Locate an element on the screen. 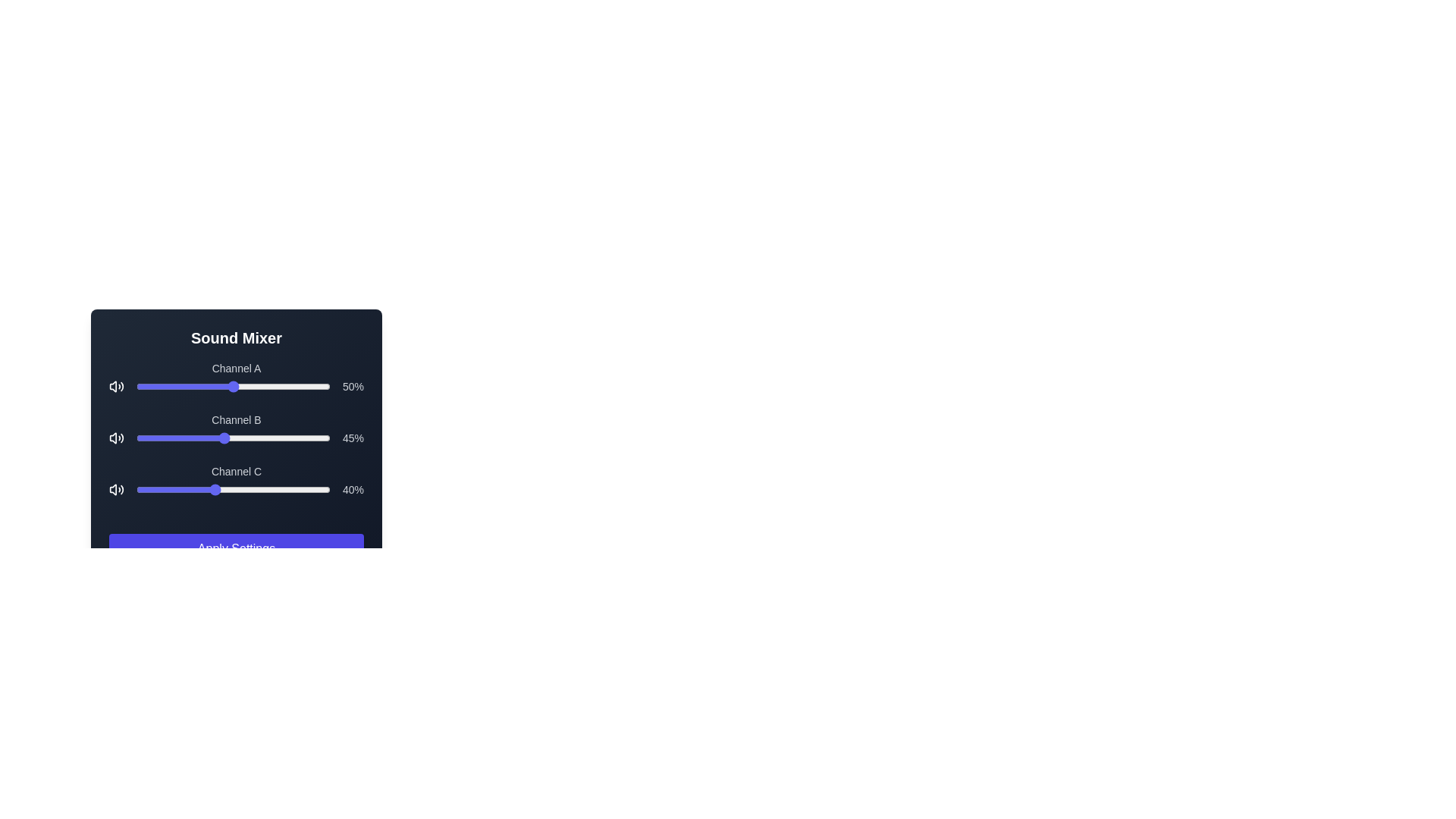 This screenshot has width=1456, height=819. Channel A volume is located at coordinates (203, 385).